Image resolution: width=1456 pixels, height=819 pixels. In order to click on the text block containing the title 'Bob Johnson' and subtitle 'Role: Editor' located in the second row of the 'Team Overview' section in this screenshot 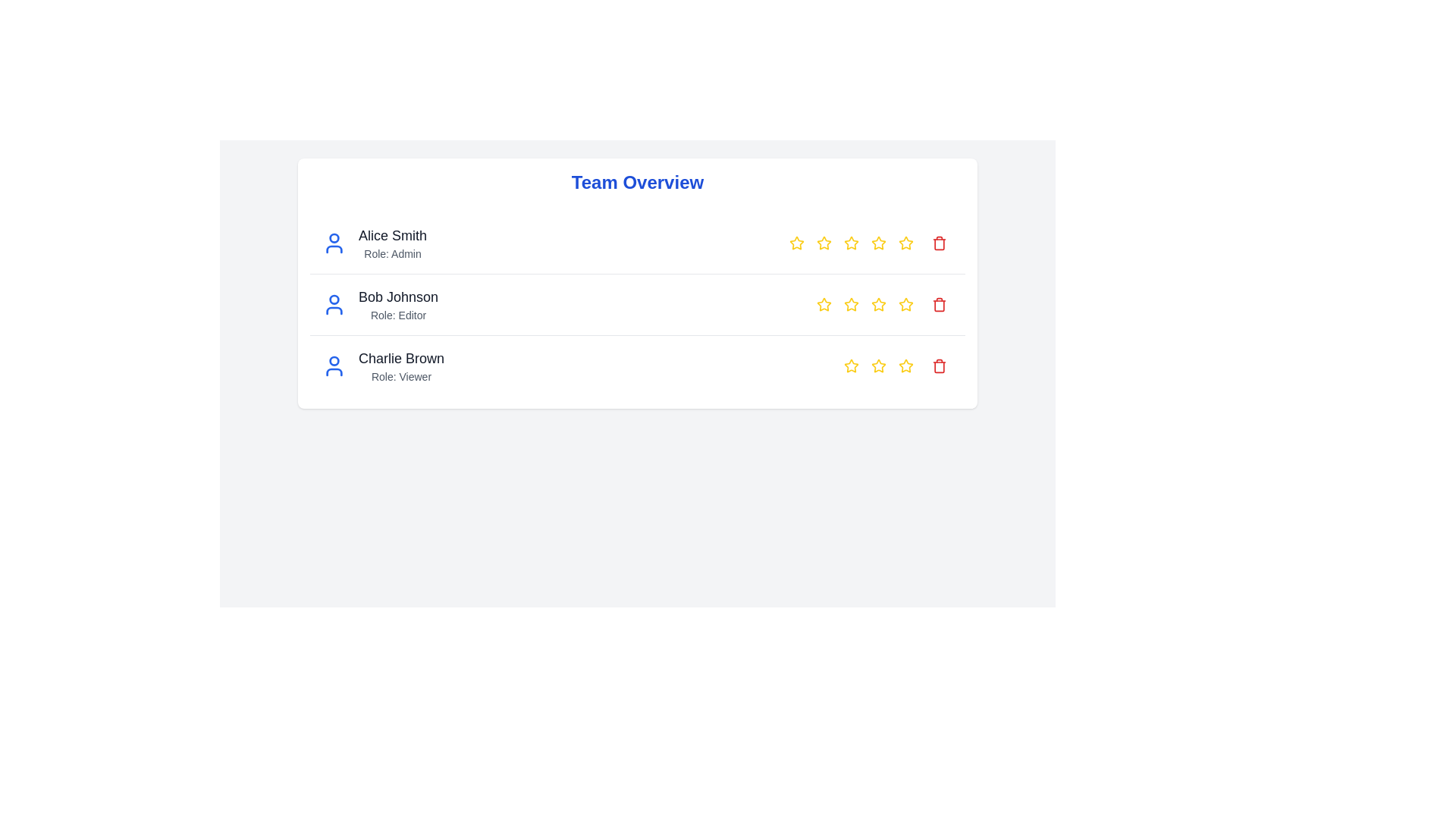, I will do `click(398, 304)`.